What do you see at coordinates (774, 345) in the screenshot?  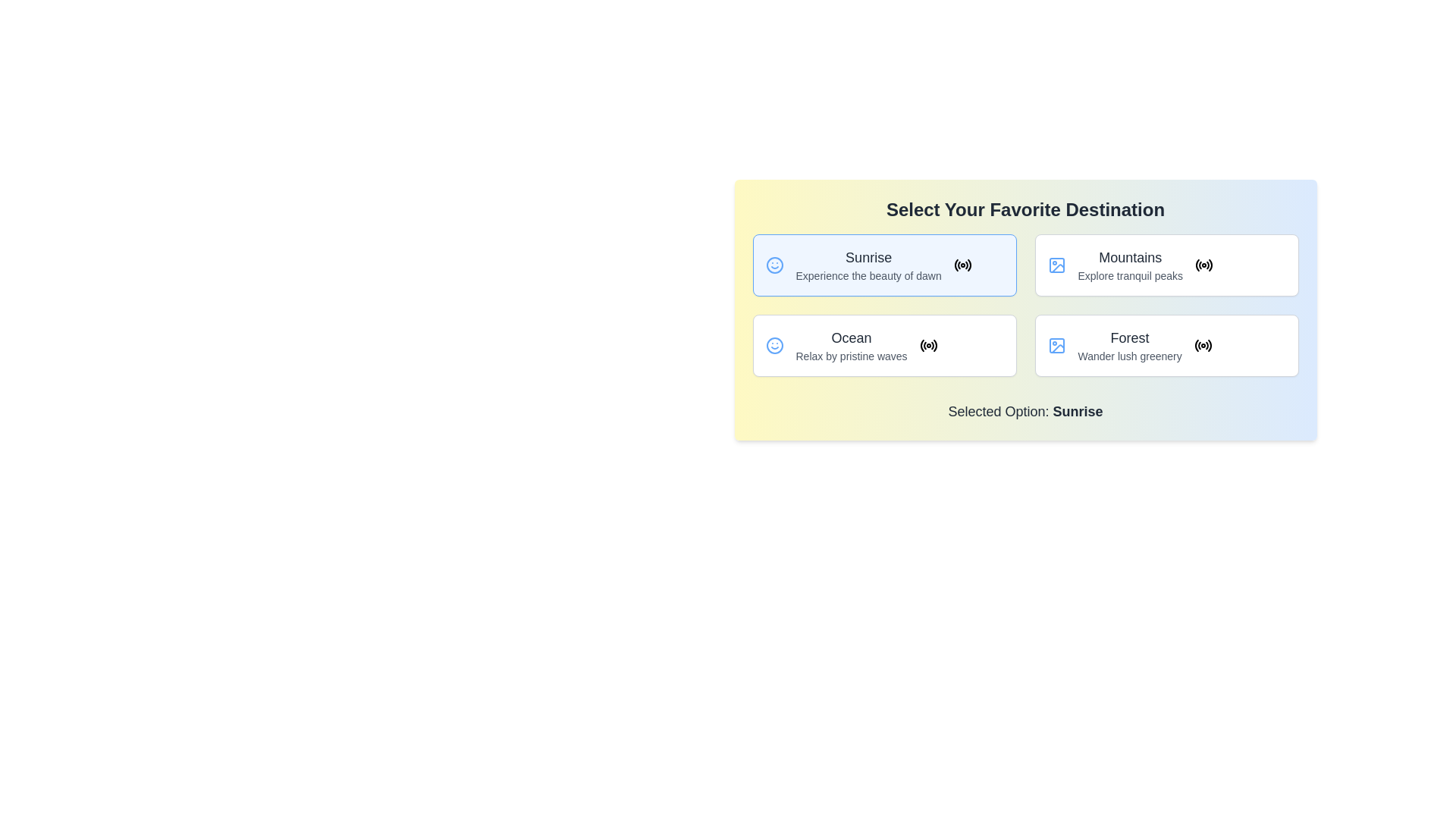 I see `the blue smiley face icon located in the upper-left corner of the 'Ocean Relax by pristine waves' card for accessibility navigation` at bounding box center [774, 345].